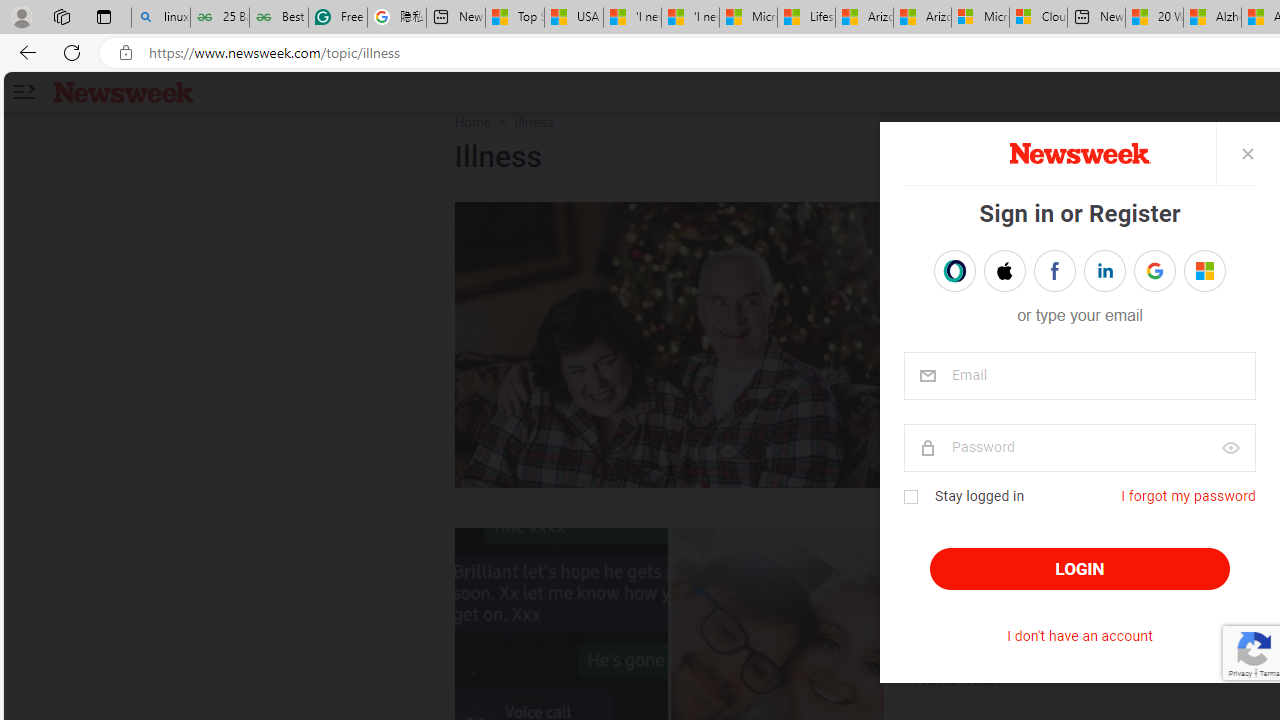 The height and width of the screenshot is (720, 1280). What do you see at coordinates (278, 17) in the screenshot?
I see `'Best SSL Certificates Provider in India - GeeksforGeeks'` at bounding box center [278, 17].